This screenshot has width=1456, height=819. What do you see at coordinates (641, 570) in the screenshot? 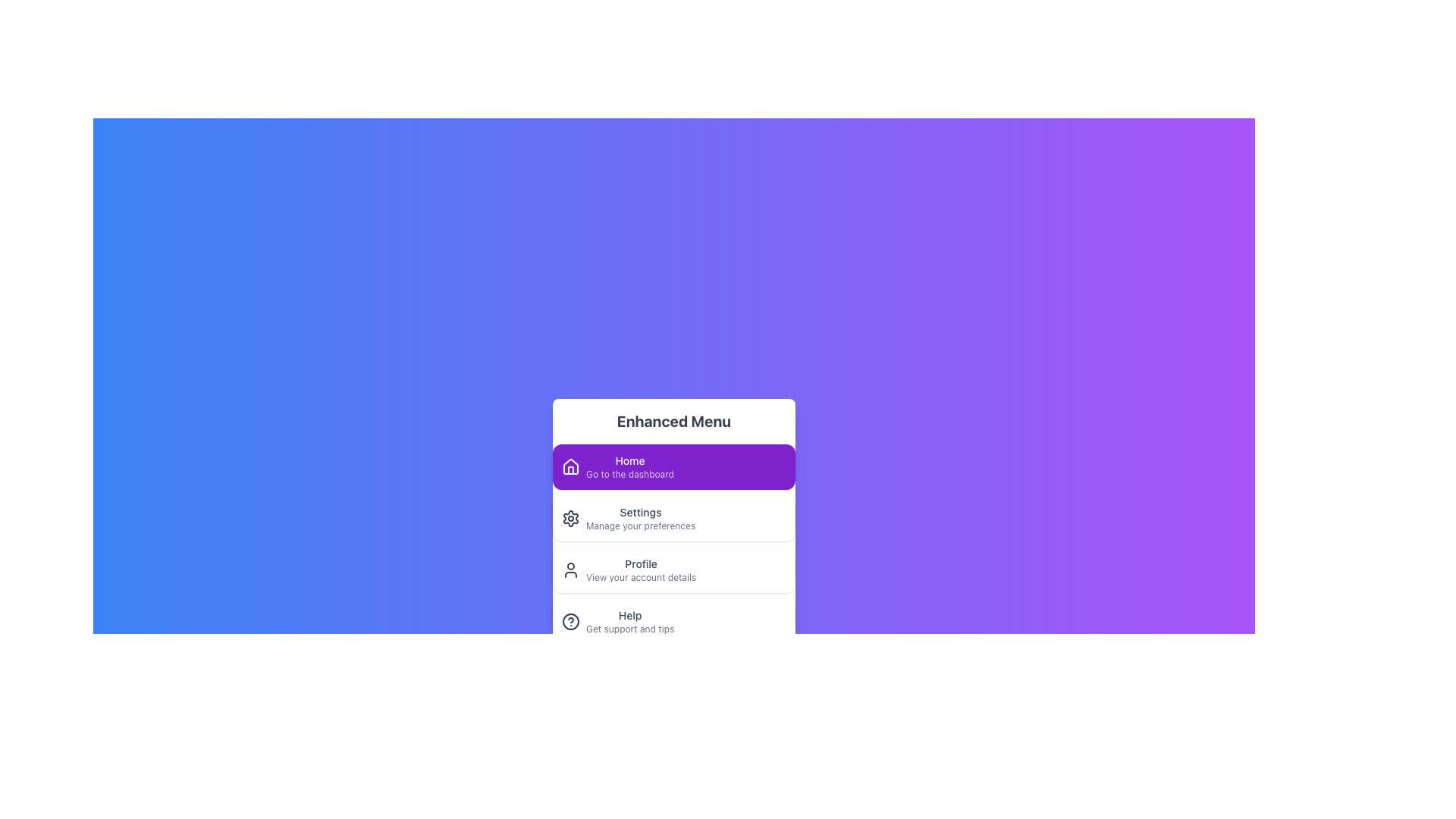
I see `the 'Profile' menu option in the Enhanced Menu` at bounding box center [641, 570].